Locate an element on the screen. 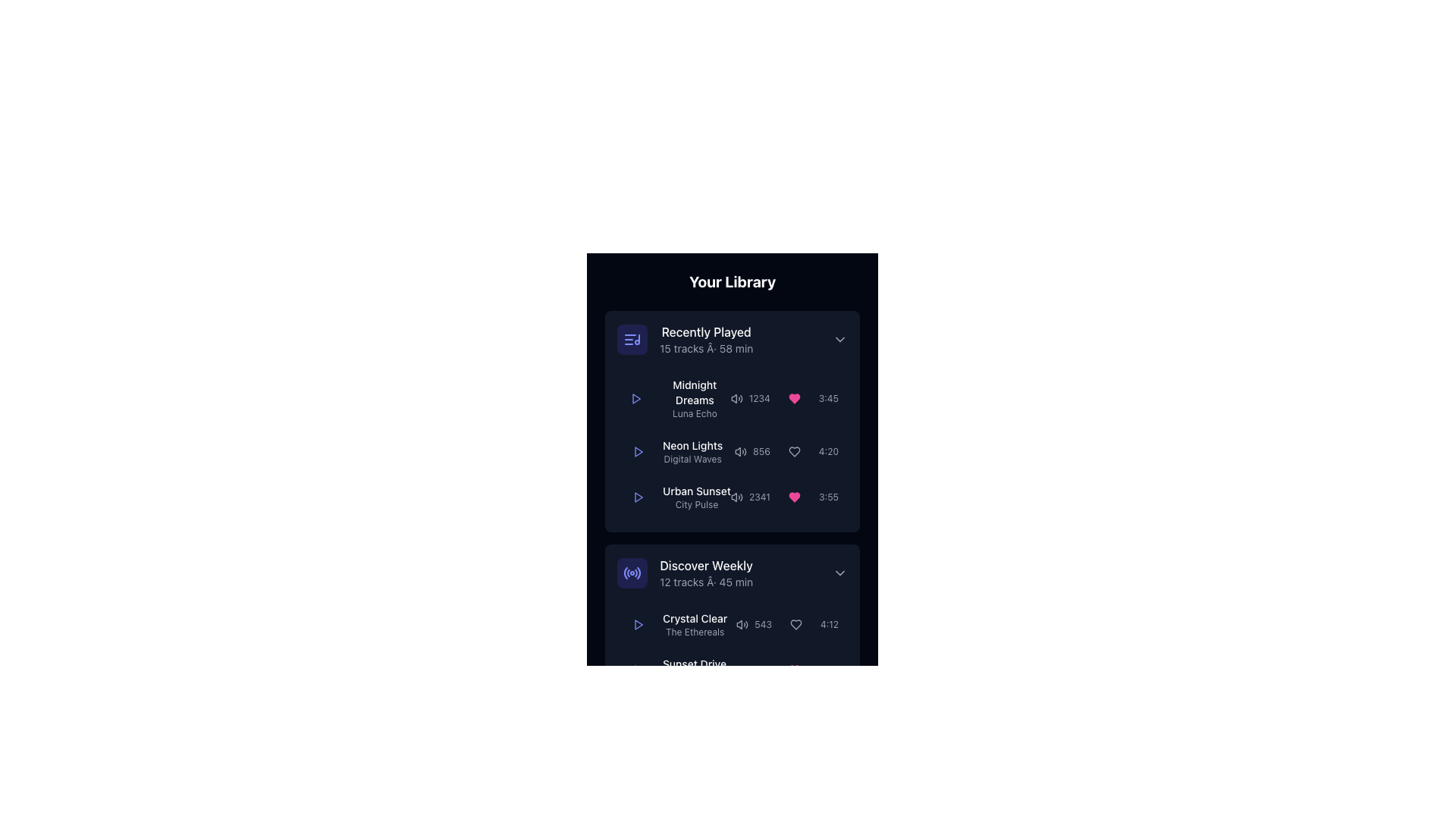 The width and height of the screenshot is (1456, 819). the title text of the 'Recently Played' section, which indicates the collection of tracks recently played by the user is located at coordinates (705, 331).